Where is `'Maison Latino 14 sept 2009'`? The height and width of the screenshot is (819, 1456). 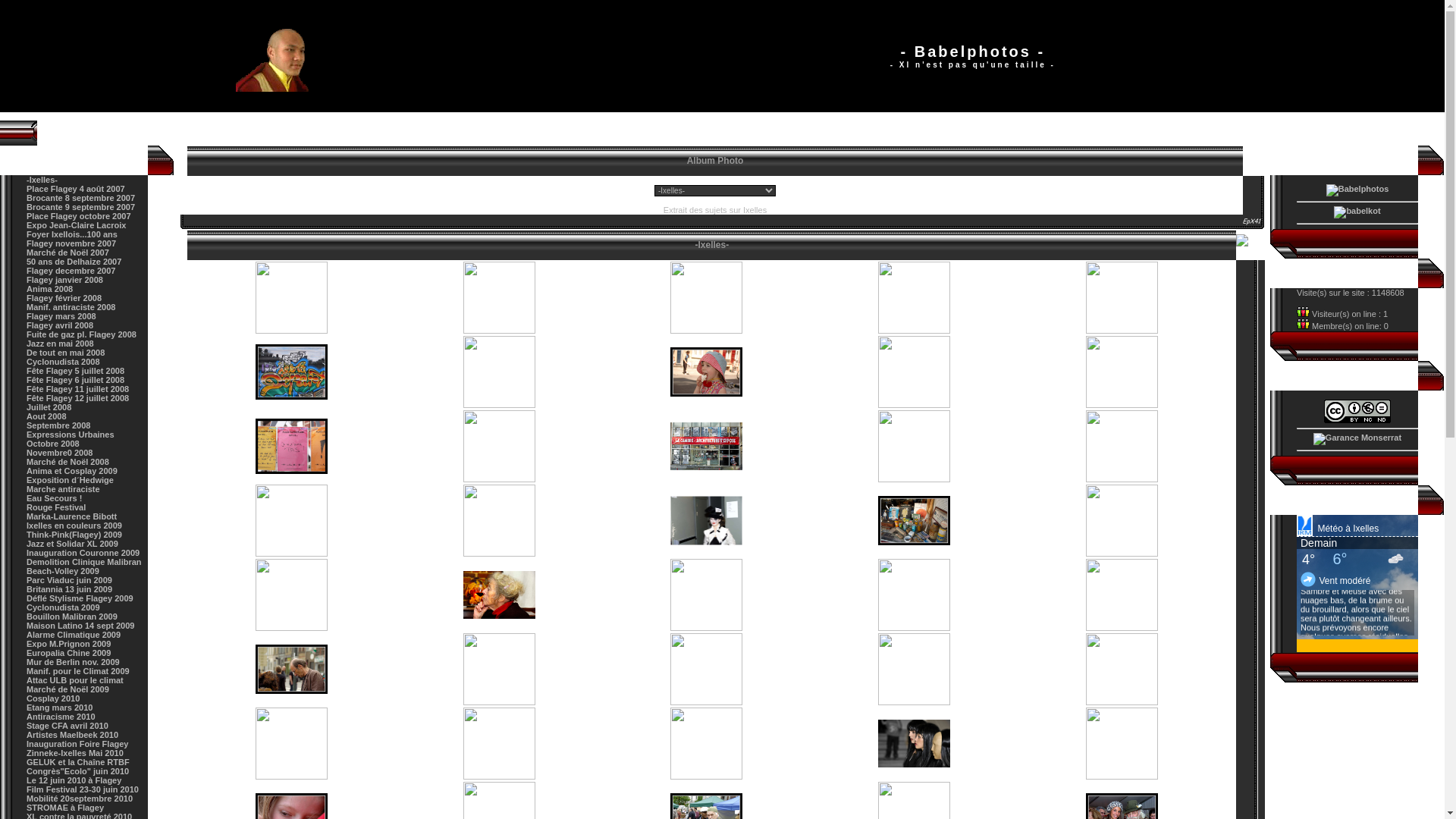 'Maison Latino 14 sept 2009' is located at coordinates (26, 626).